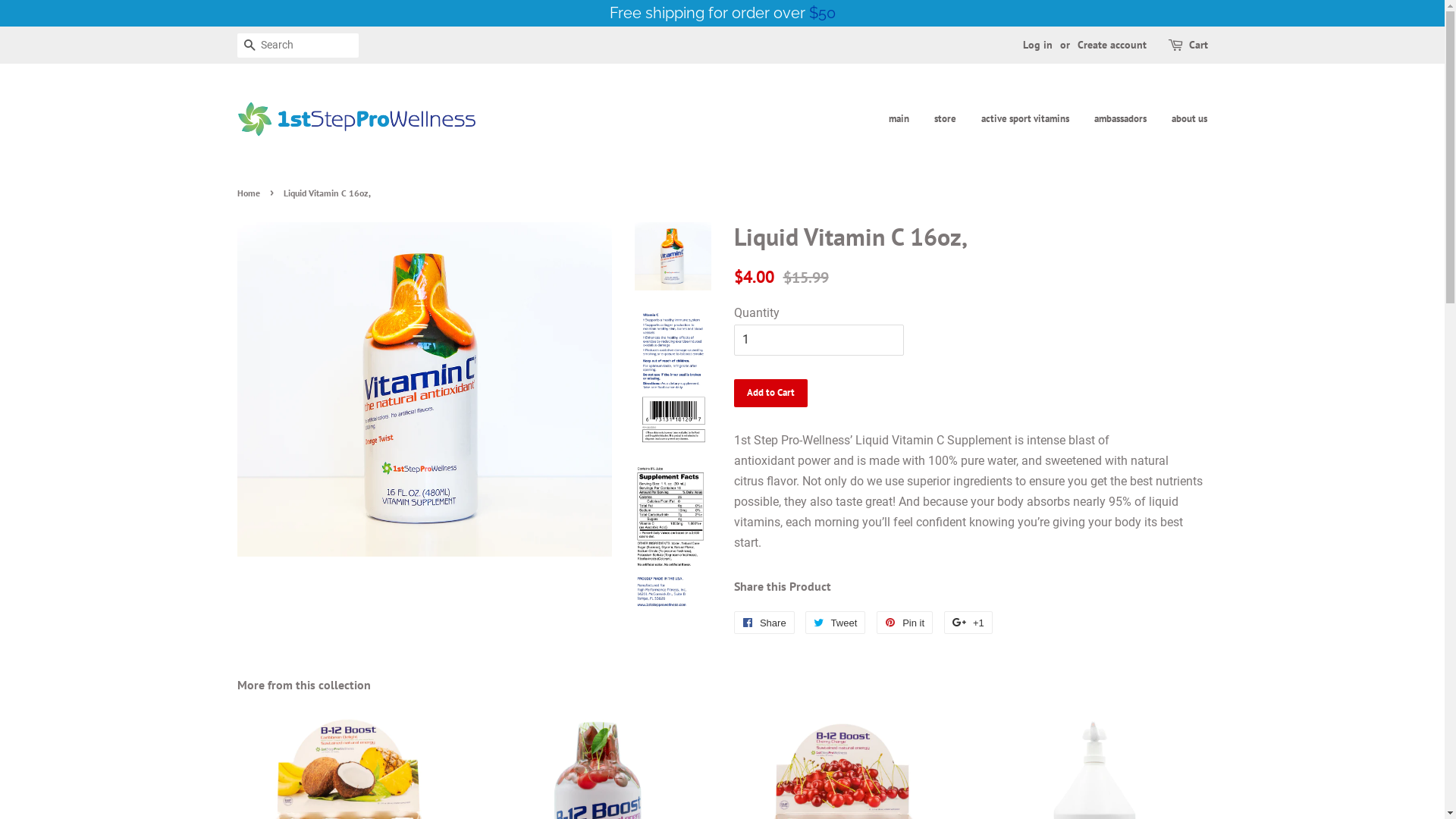 Image resolution: width=1456 pixels, height=819 pixels. What do you see at coordinates (1188, 45) in the screenshot?
I see `'Cart'` at bounding box center [1188, 45].